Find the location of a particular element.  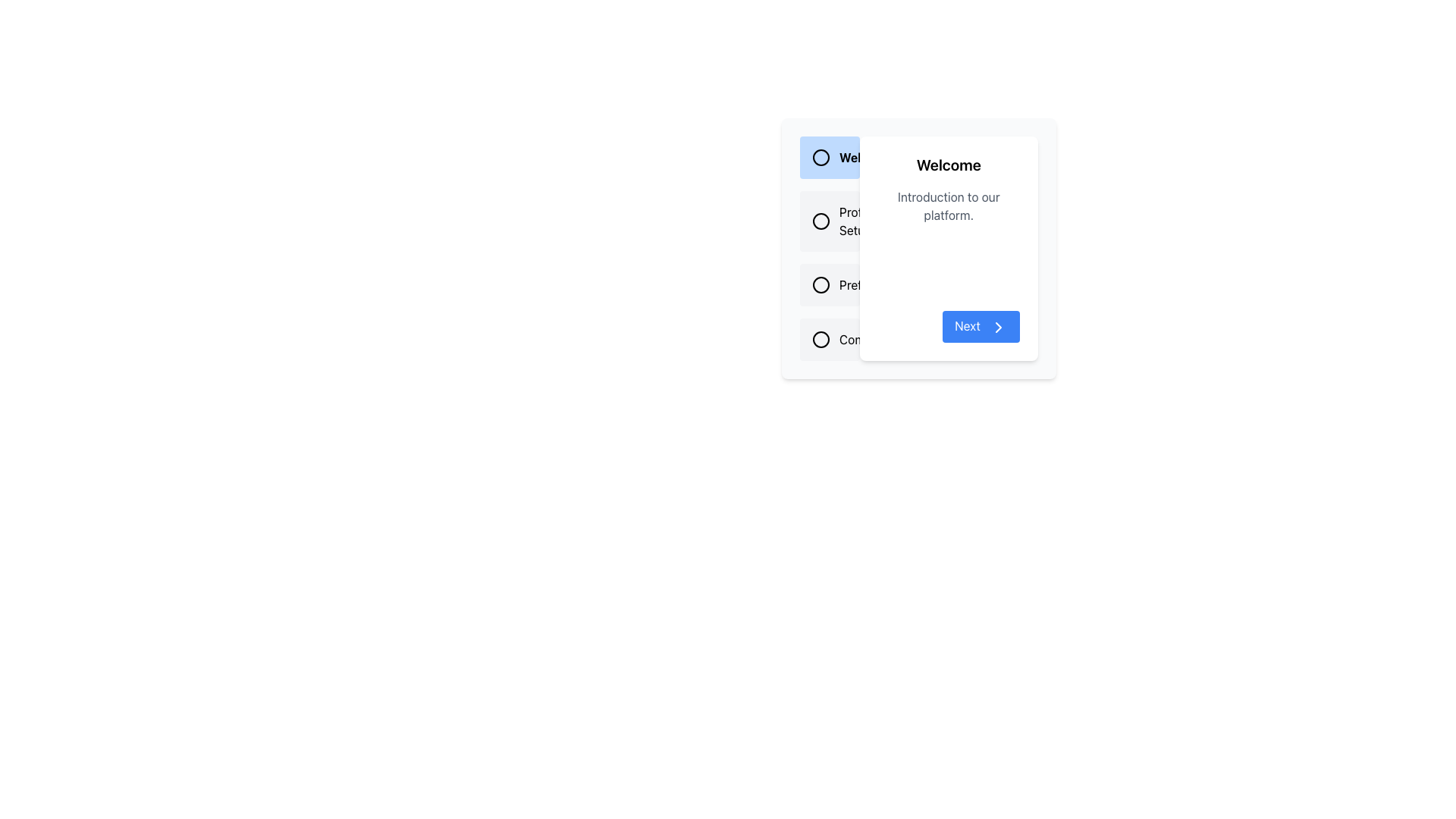

Static Text Label that says 'Introduction to our platform.' which is located below the 'Welcome' header and above the blue 'Next' button is located at coordinates (948, 206).